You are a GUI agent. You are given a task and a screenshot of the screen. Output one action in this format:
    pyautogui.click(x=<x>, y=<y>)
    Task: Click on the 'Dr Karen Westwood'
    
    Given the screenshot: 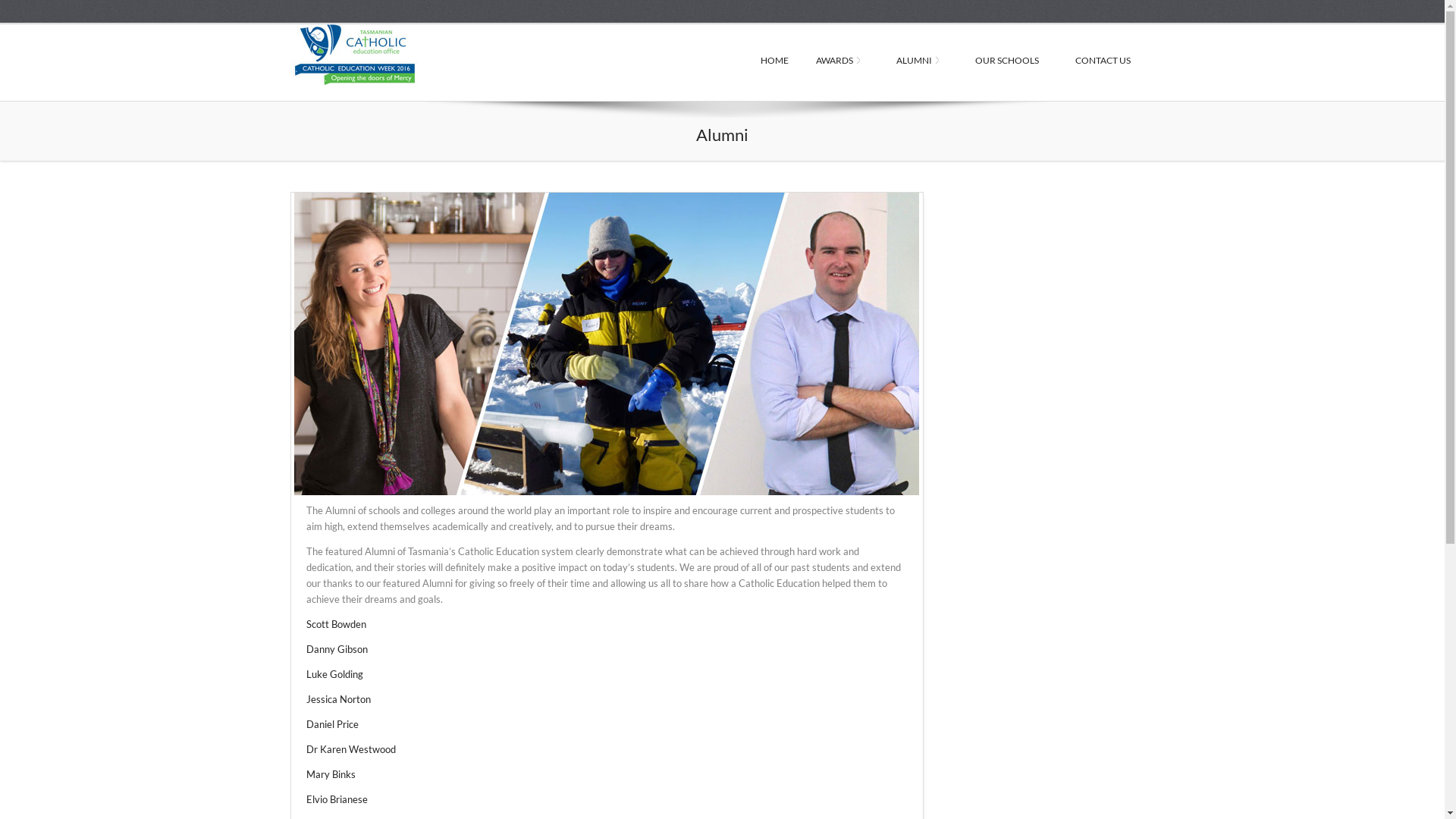 What is the action you would take?
    pyautogui.click(x=350, y=748)
    